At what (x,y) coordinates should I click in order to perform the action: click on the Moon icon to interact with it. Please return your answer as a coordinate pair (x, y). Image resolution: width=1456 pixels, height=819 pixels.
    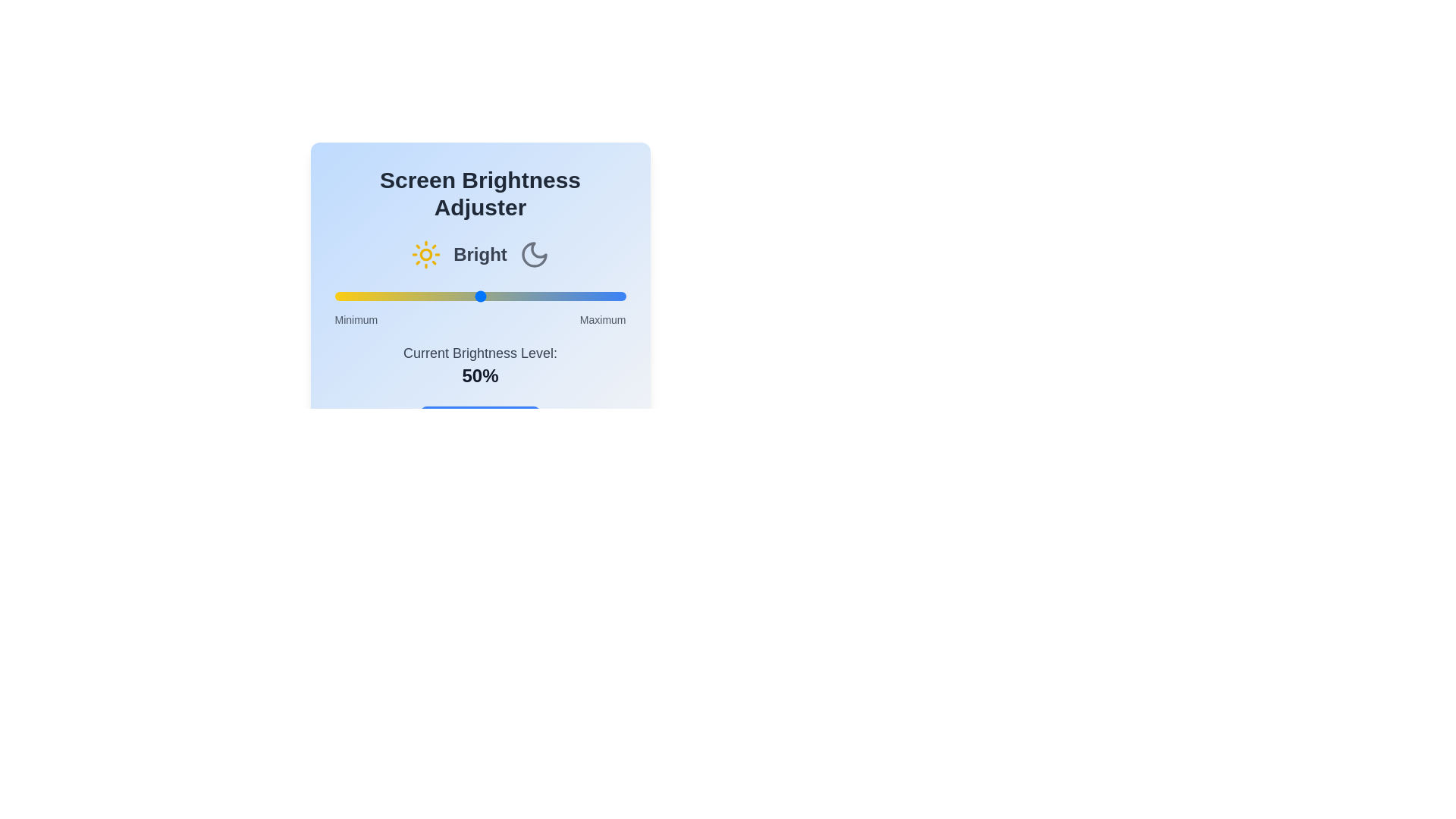
    Looking at the image, I should click on (534, 253).